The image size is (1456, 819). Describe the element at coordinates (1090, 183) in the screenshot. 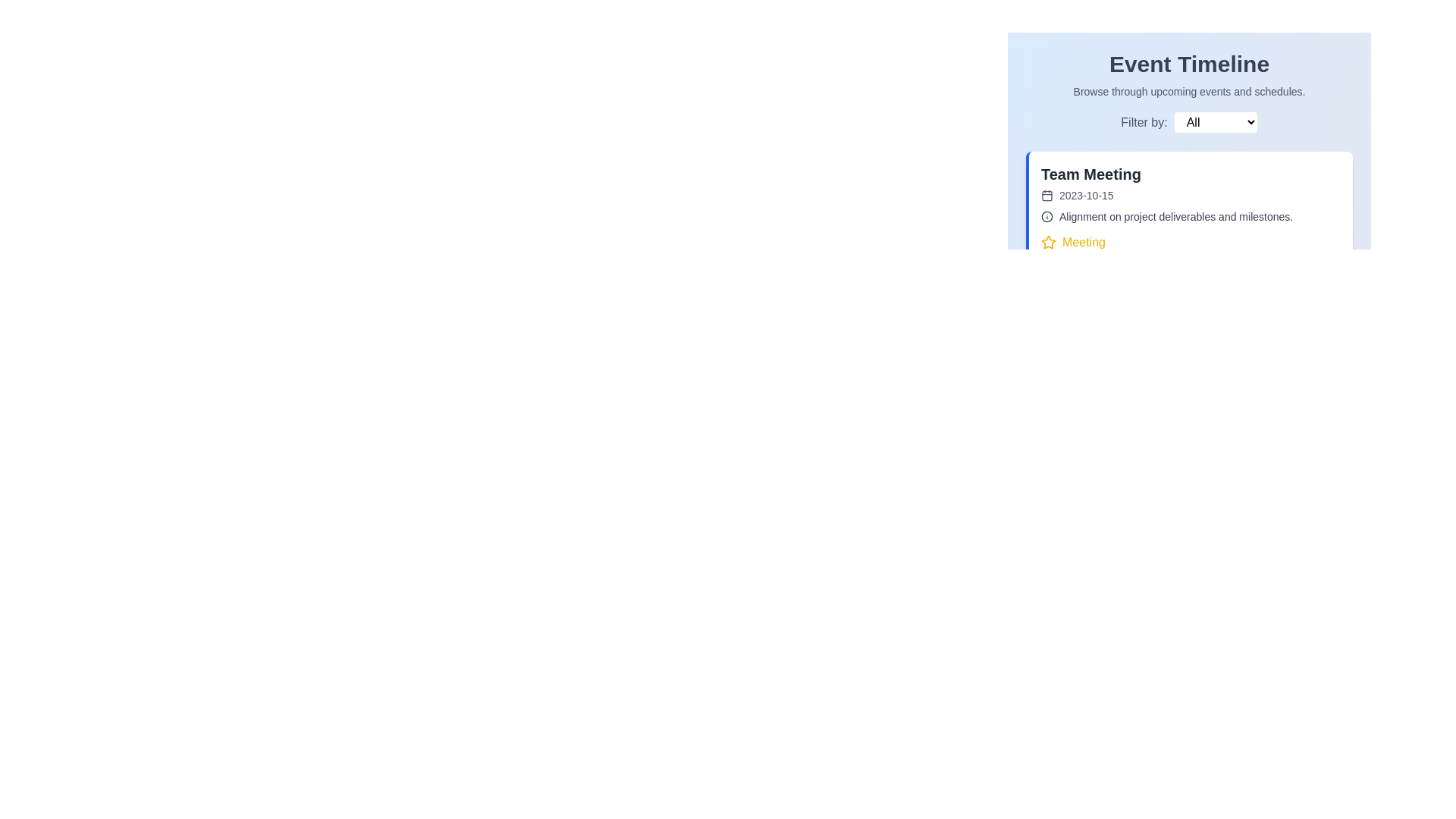

I see `the 'Team Meeting' text block with the calendar icon and subtitle '2023-10-15'` at that location.